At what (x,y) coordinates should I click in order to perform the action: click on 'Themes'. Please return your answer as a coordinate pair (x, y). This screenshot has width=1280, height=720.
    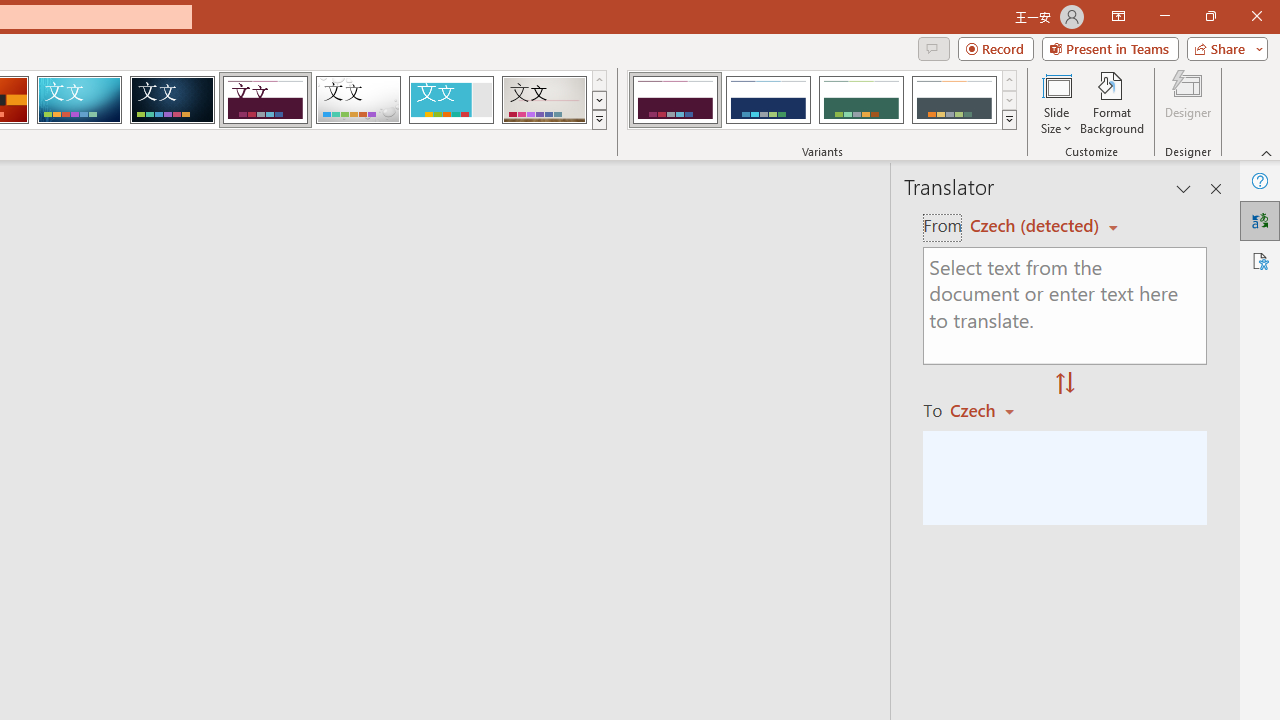
    Looking at the image, I should click on (598, 120).